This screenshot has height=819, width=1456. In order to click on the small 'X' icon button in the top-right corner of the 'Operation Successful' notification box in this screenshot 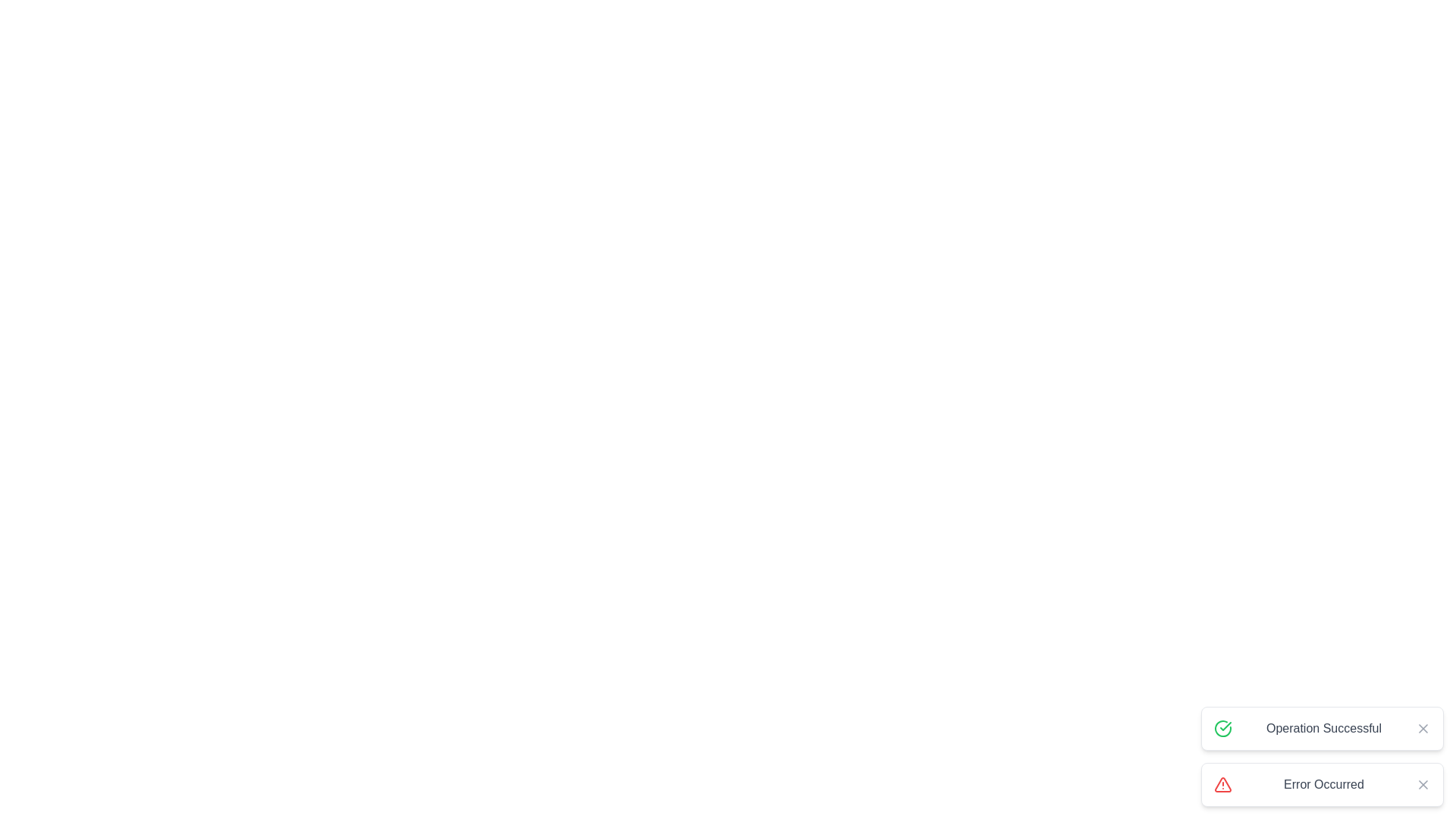, I will do `click(1422, 727)`.